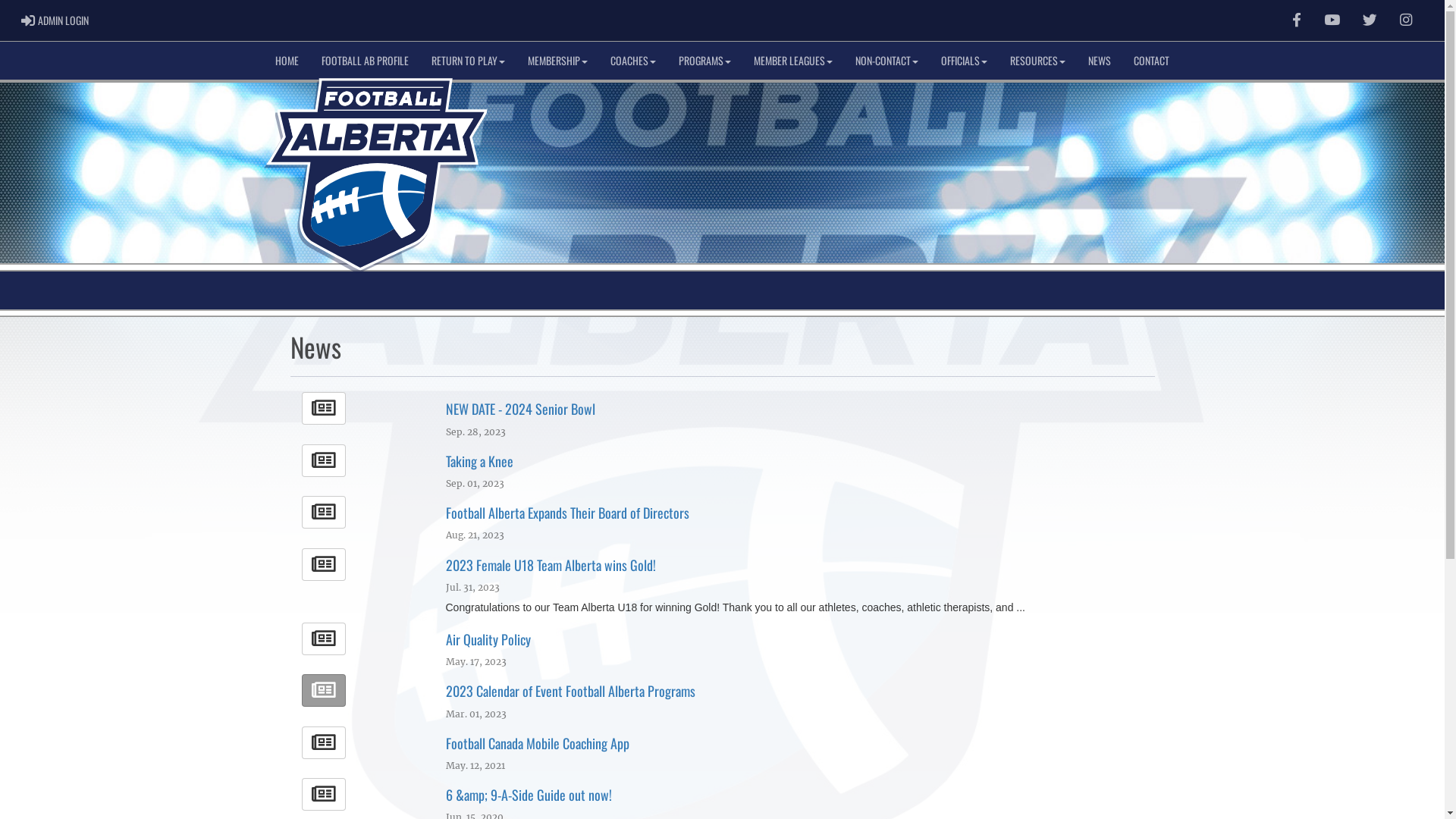 The image size is (1456, 819). What do you see at coordinates (557, 60) in the screenshot?
I see `'MEMBERSHIP'` at bounding box center [557, 60].